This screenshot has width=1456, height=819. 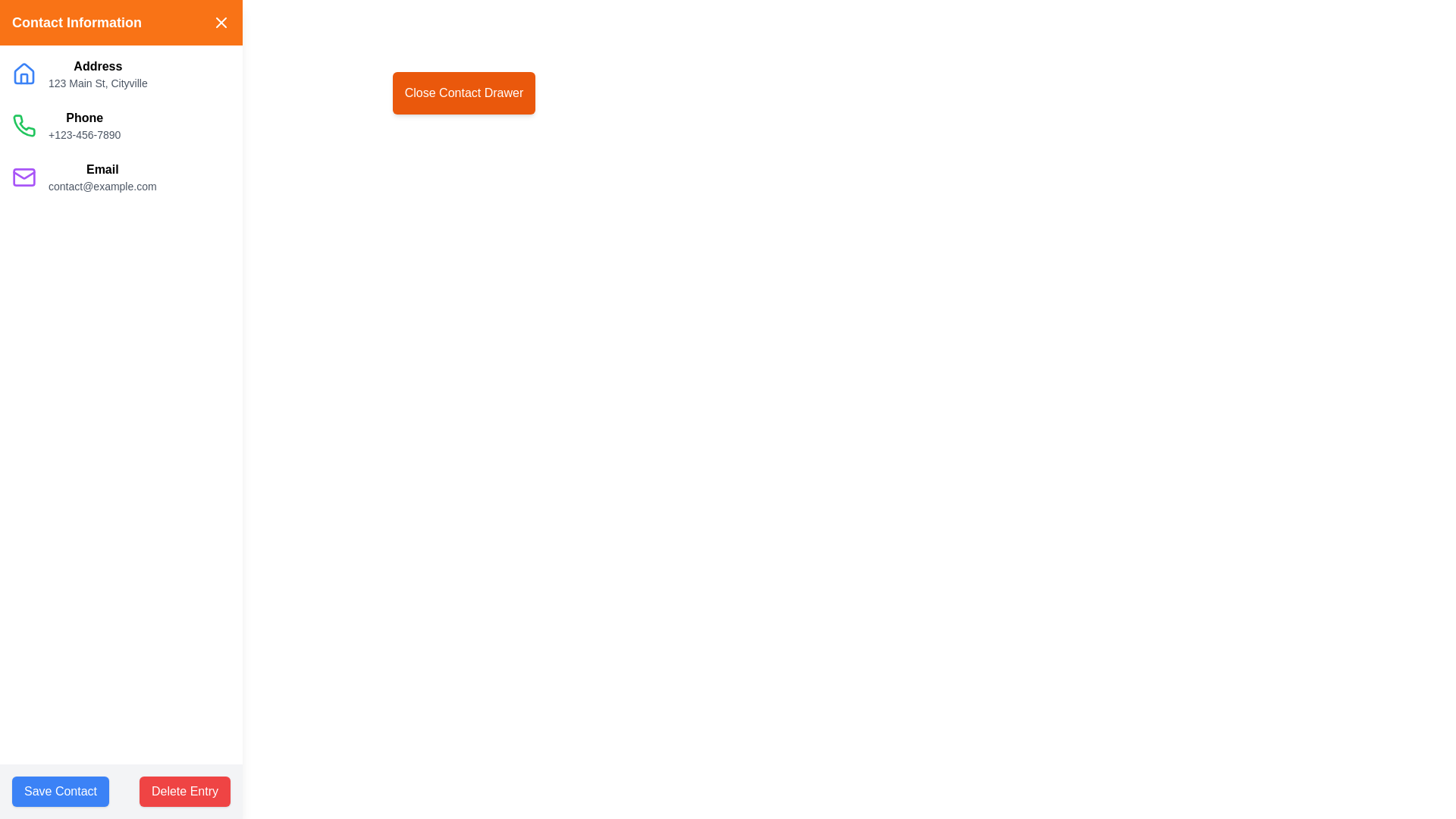 I want to click on the phone icon located below the 'Address' section and above the 'Email' section in the contact information UI for additional actions, so click(x=24, y=124).